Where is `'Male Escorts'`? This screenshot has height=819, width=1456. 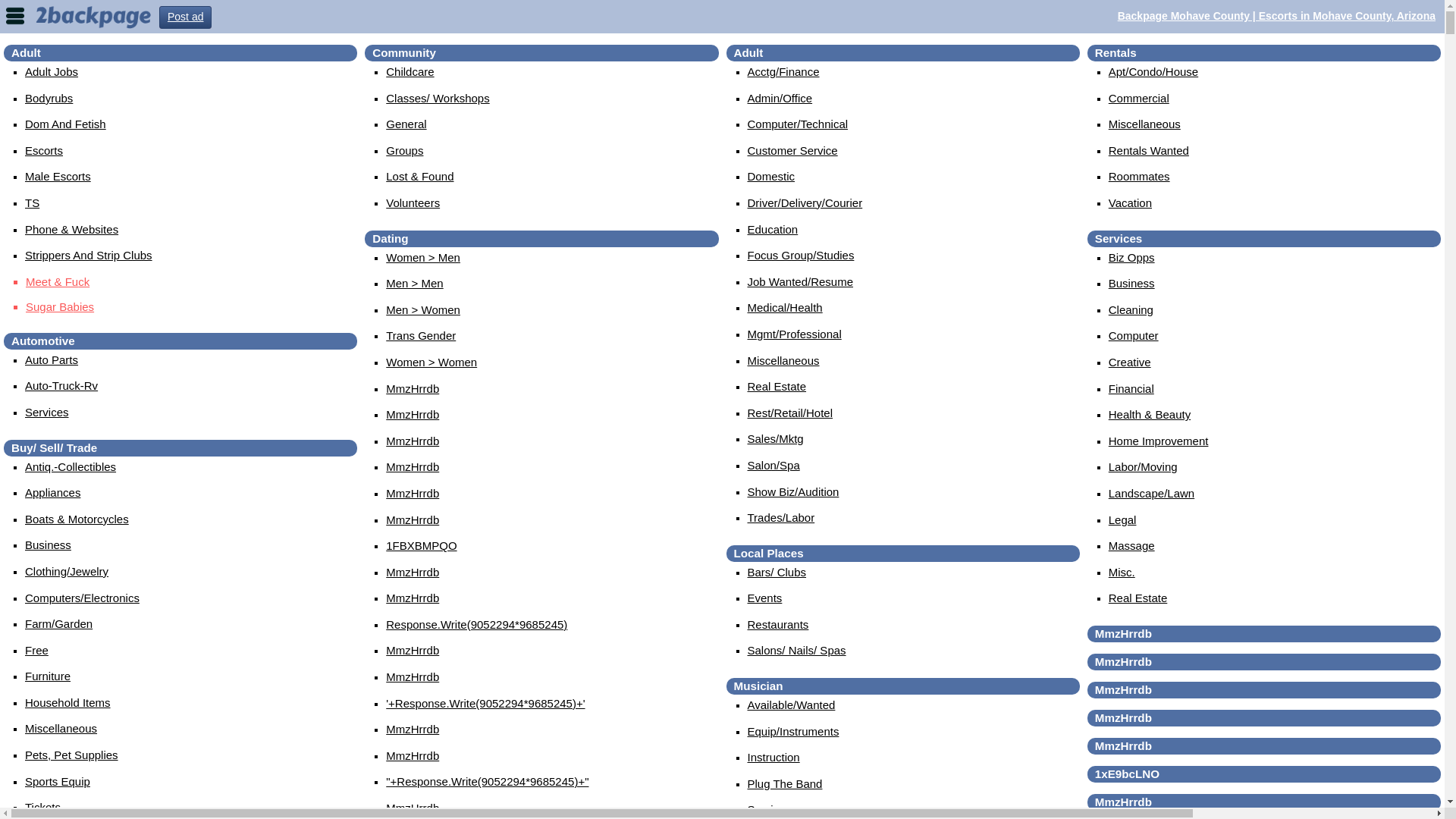
'Male Escorts' is located at coordinates (58, 175).